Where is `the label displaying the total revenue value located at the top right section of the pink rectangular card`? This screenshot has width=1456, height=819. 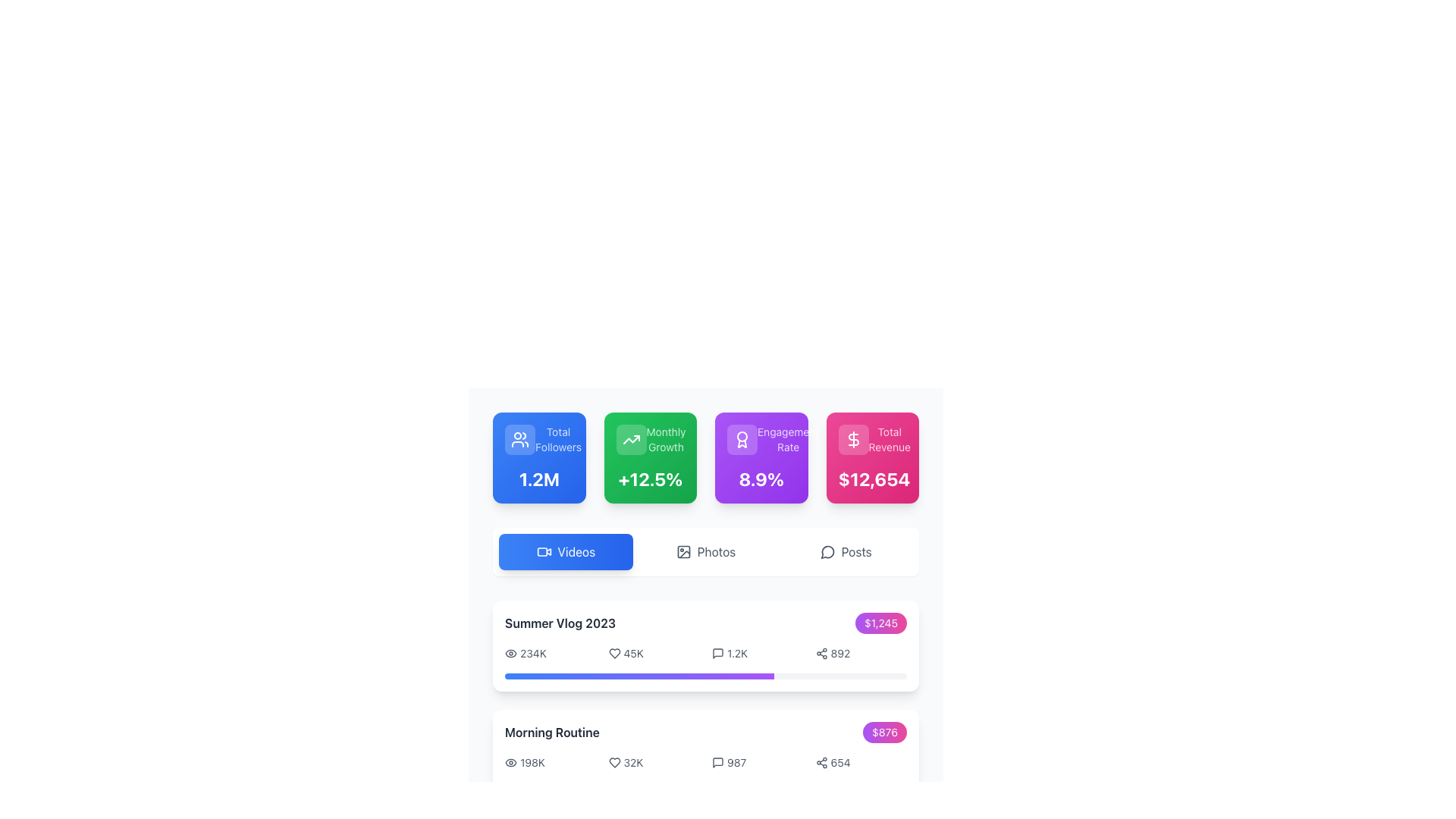 the label displaying the total revenue value located at the top right section of the pink rectangular card is located at coordinates (872, 439).